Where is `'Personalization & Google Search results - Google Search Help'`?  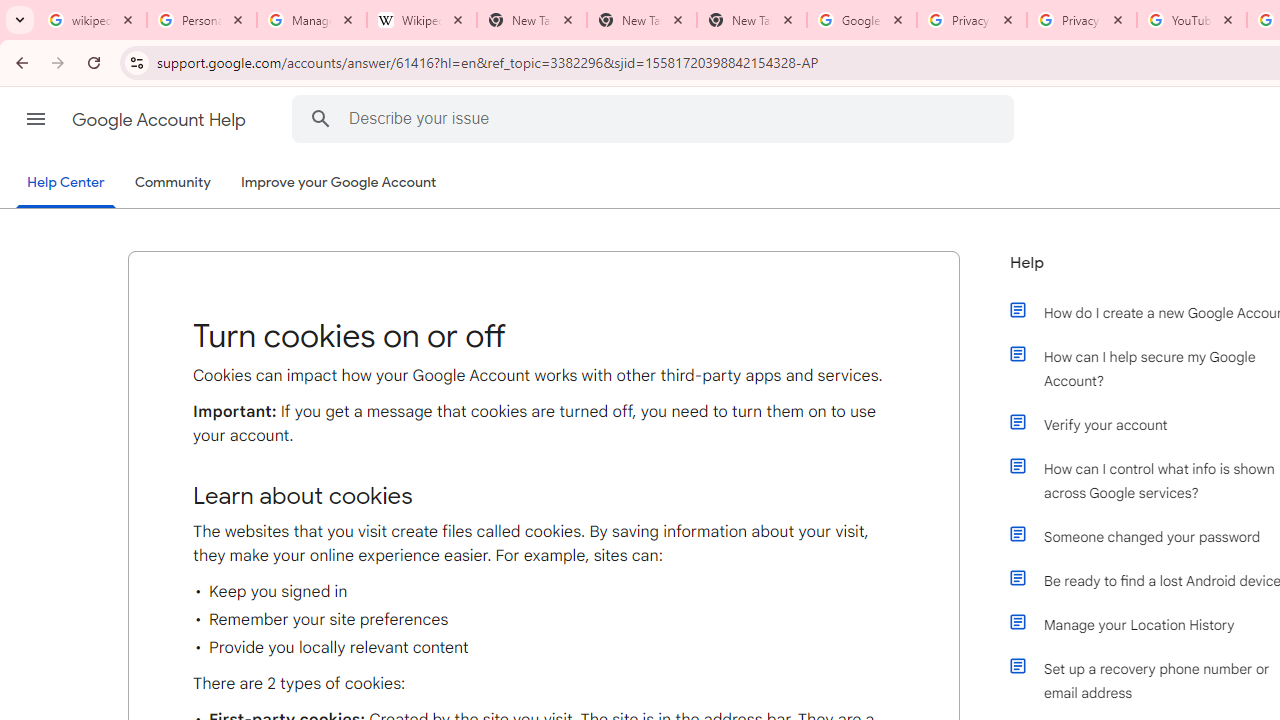 'Personalization & Google Search results - Google Search Help' is located at coordinates (202, 20).